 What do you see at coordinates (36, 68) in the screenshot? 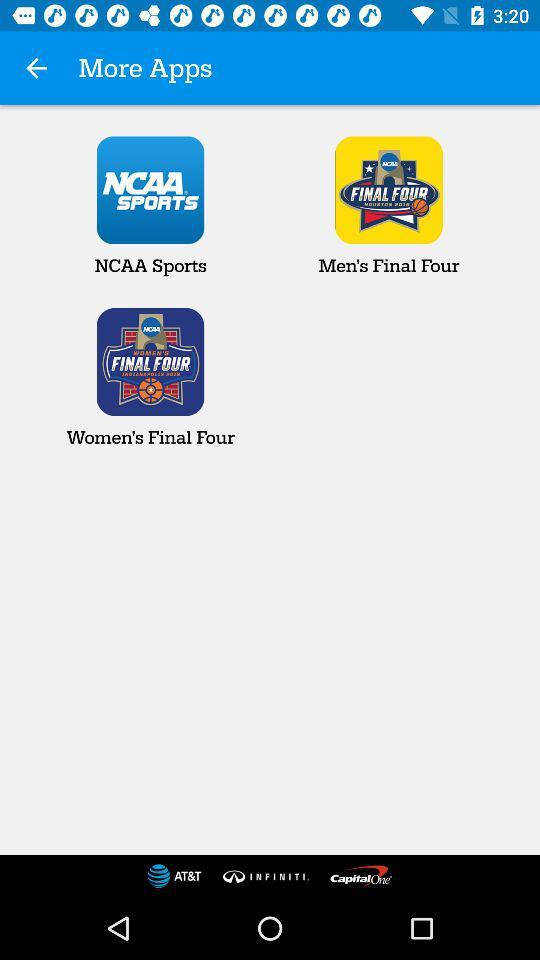
I see `icon above the women s final item` at bounding box center [36, 68].